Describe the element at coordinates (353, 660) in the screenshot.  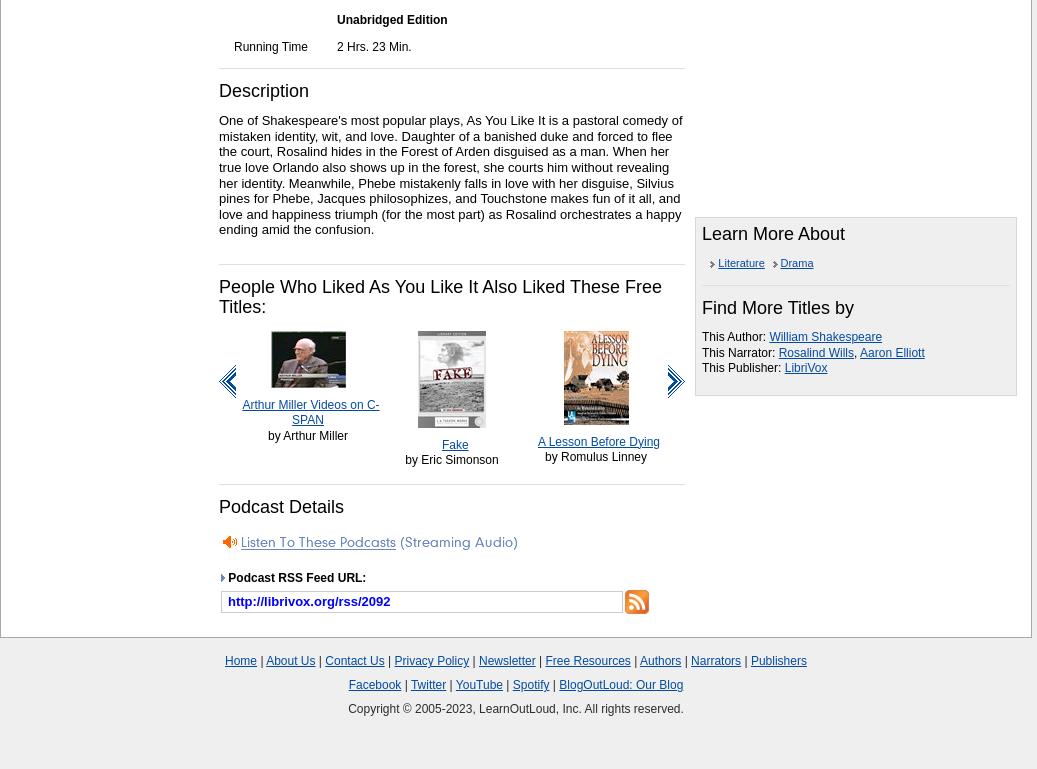
I see `'Contact Us'` at that location.